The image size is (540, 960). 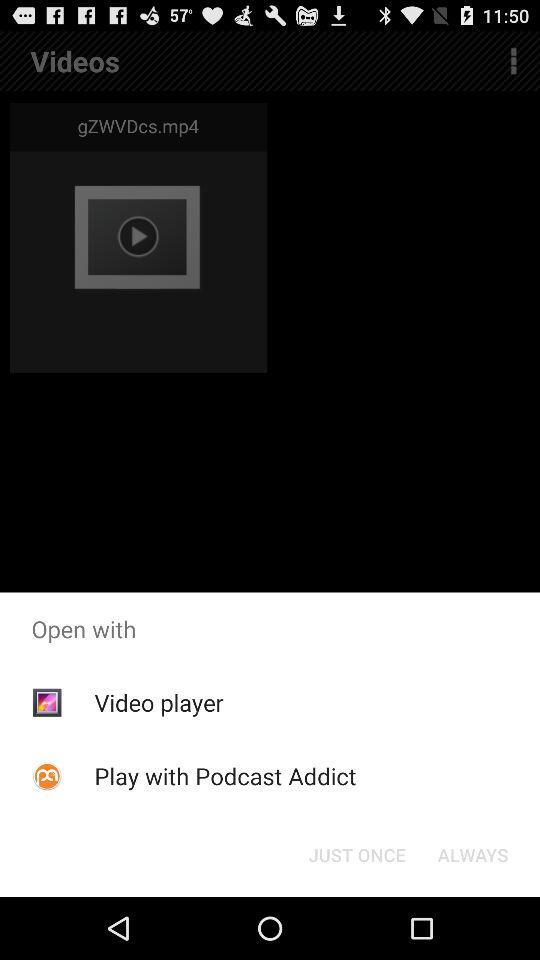 I want to click on the always icon, so click(x=472, y=853).